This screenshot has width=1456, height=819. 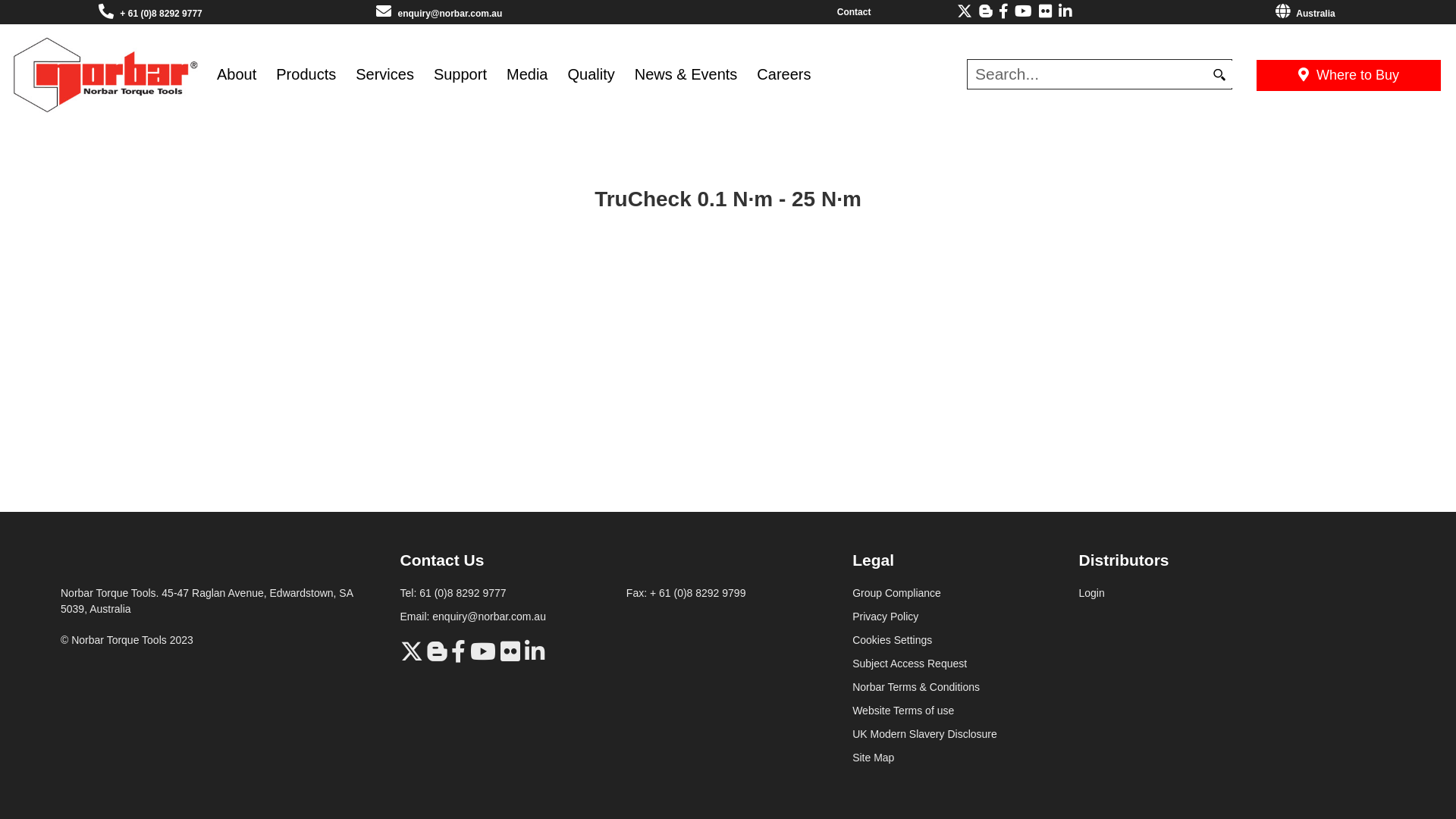 What do you see at coordinates (686, 74) in the screenshot?
I see `'News & Events'` at bounding box center [686, 74].